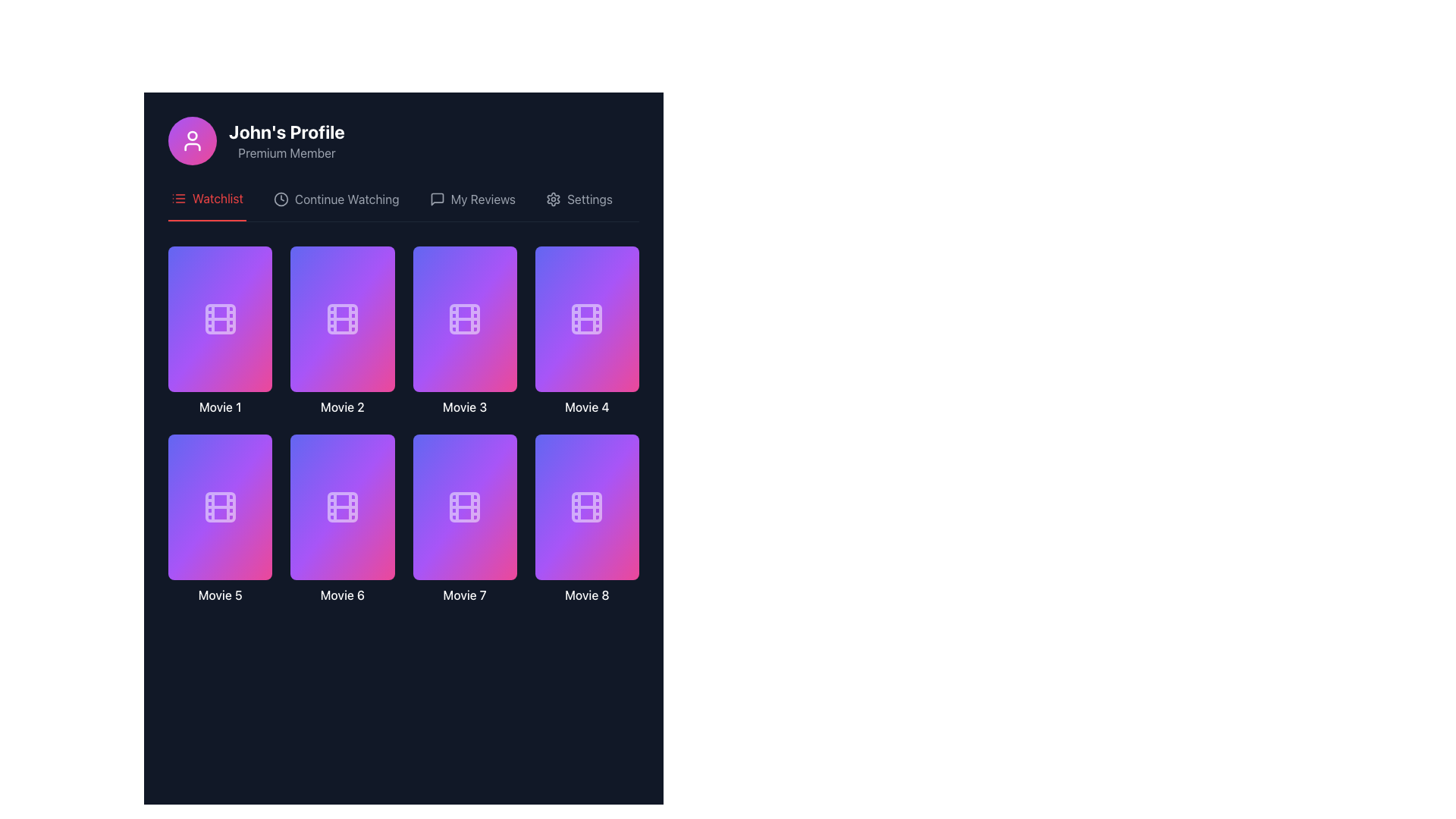 The width and height of the screenshot is (1456, 819). I want to click on the seventh card in the grid layout, which has a gradient background from indigo to pink and displays the label 'Movie 7' below a minimalist film icon, so click(464, 519).